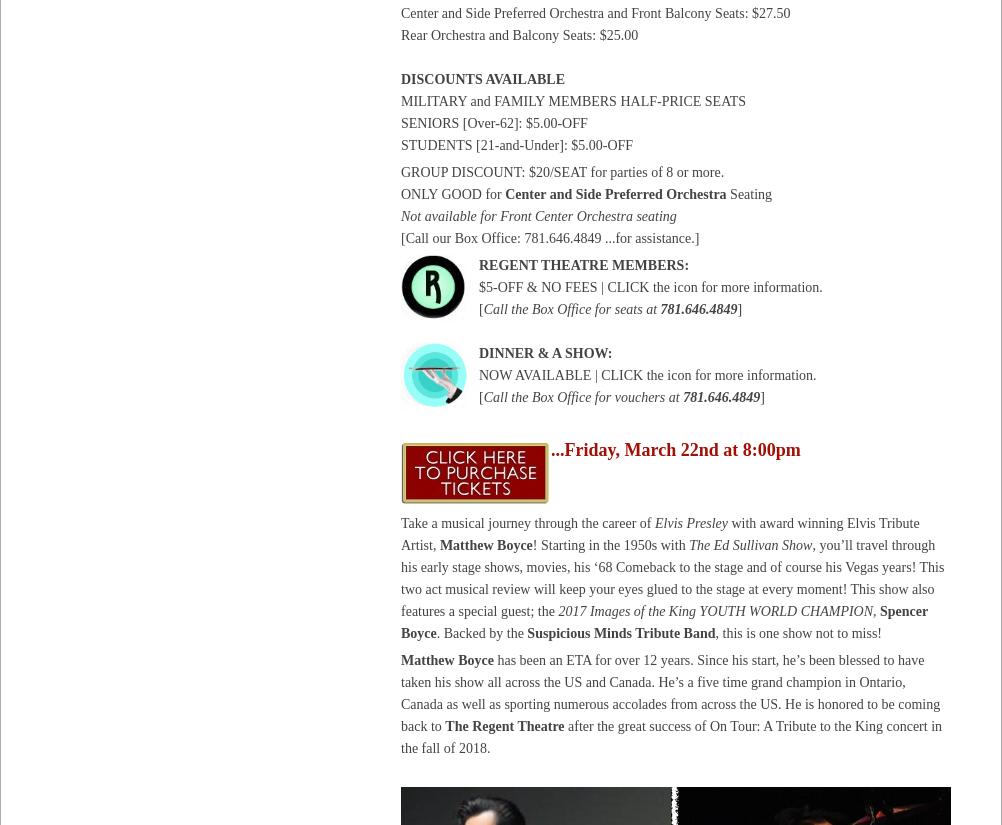 The width and height of the screenshot is (1002, 825). Describe the element at coordinates (504, 725) in the screenshot. I see `'The Regent Theatre'` at that location.